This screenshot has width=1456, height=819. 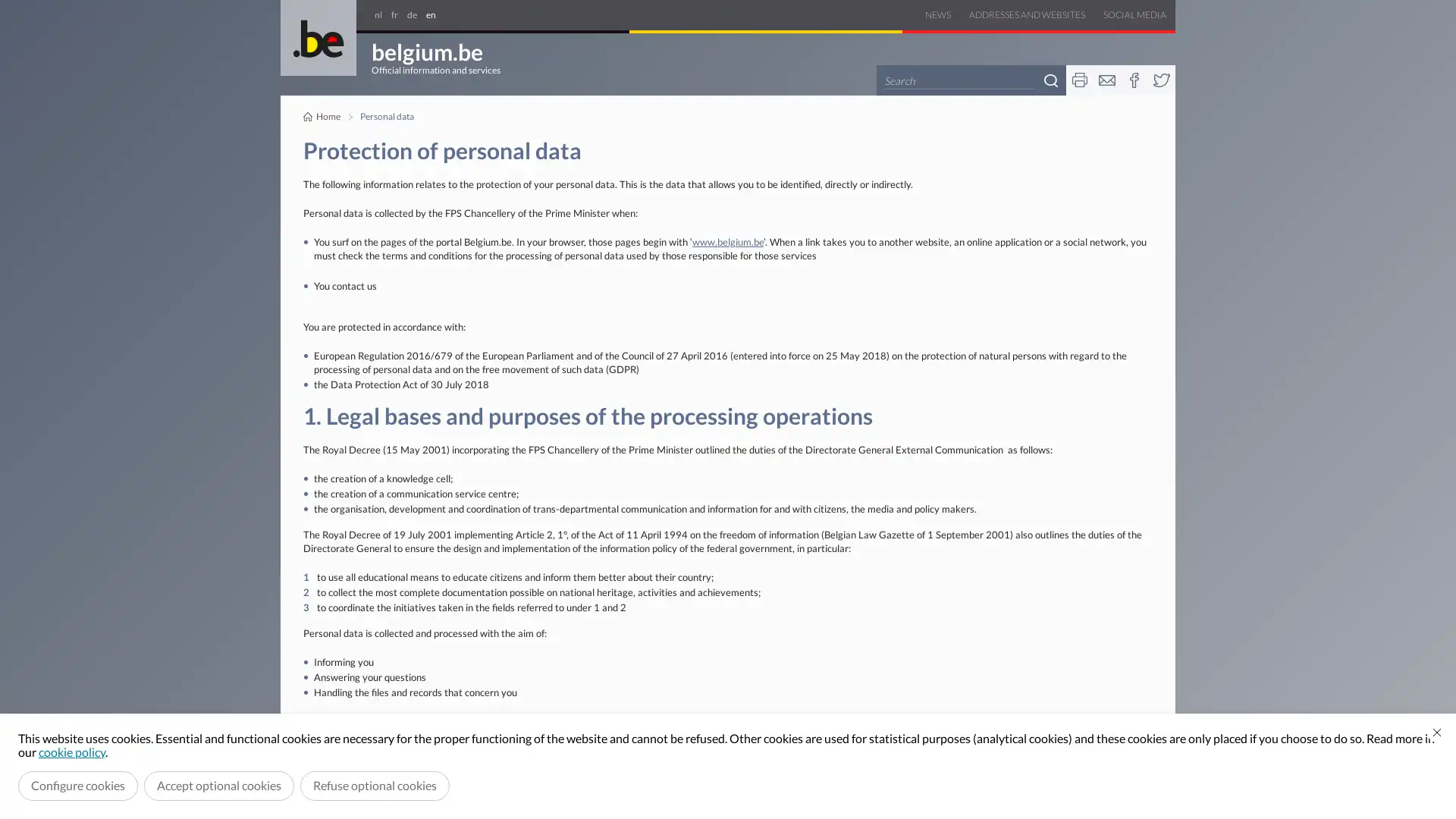 I want to click on Close, so click(x=1436, y=731).